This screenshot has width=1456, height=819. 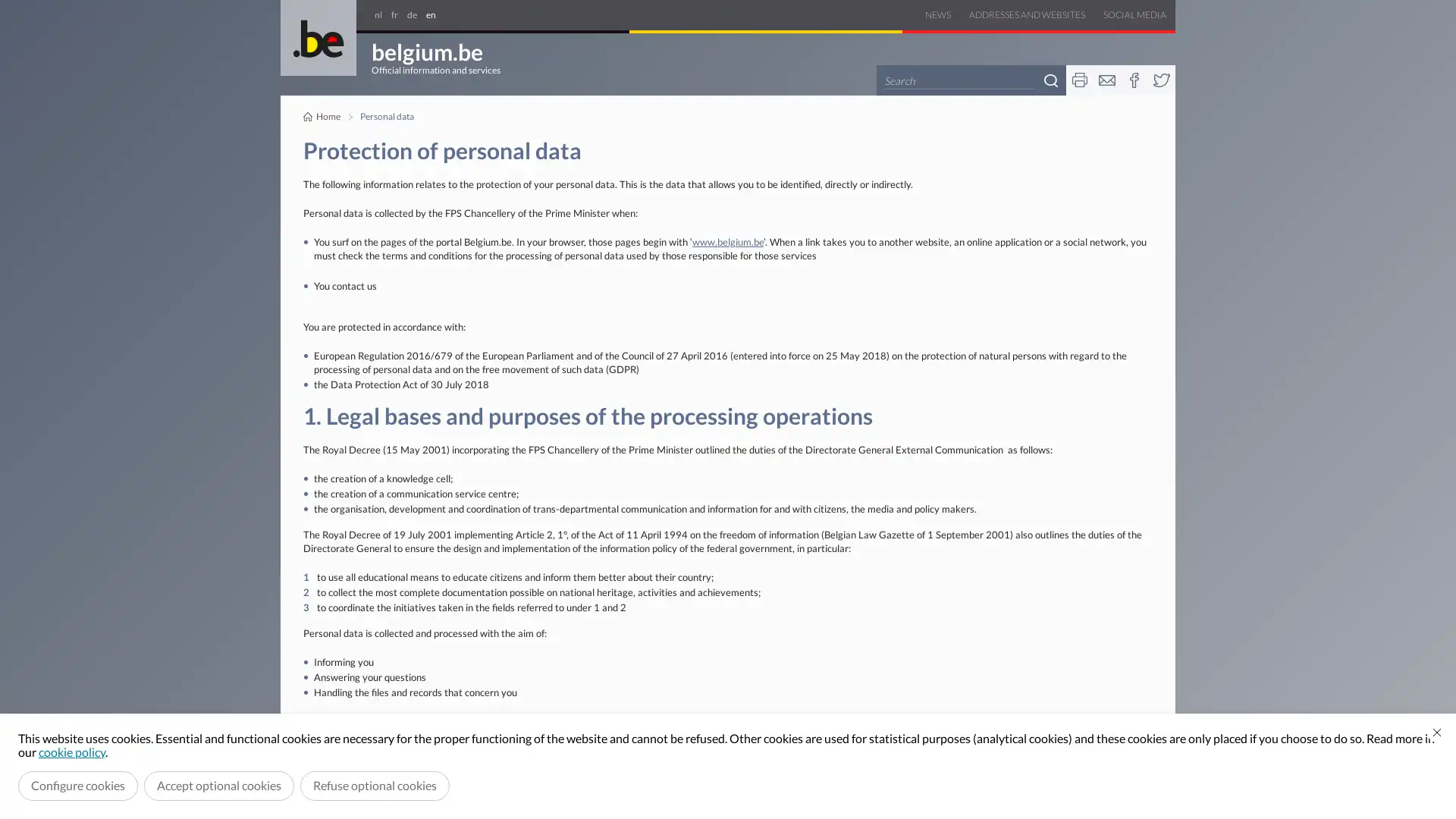 I want to click on Close, so click(x=1436, y=731).